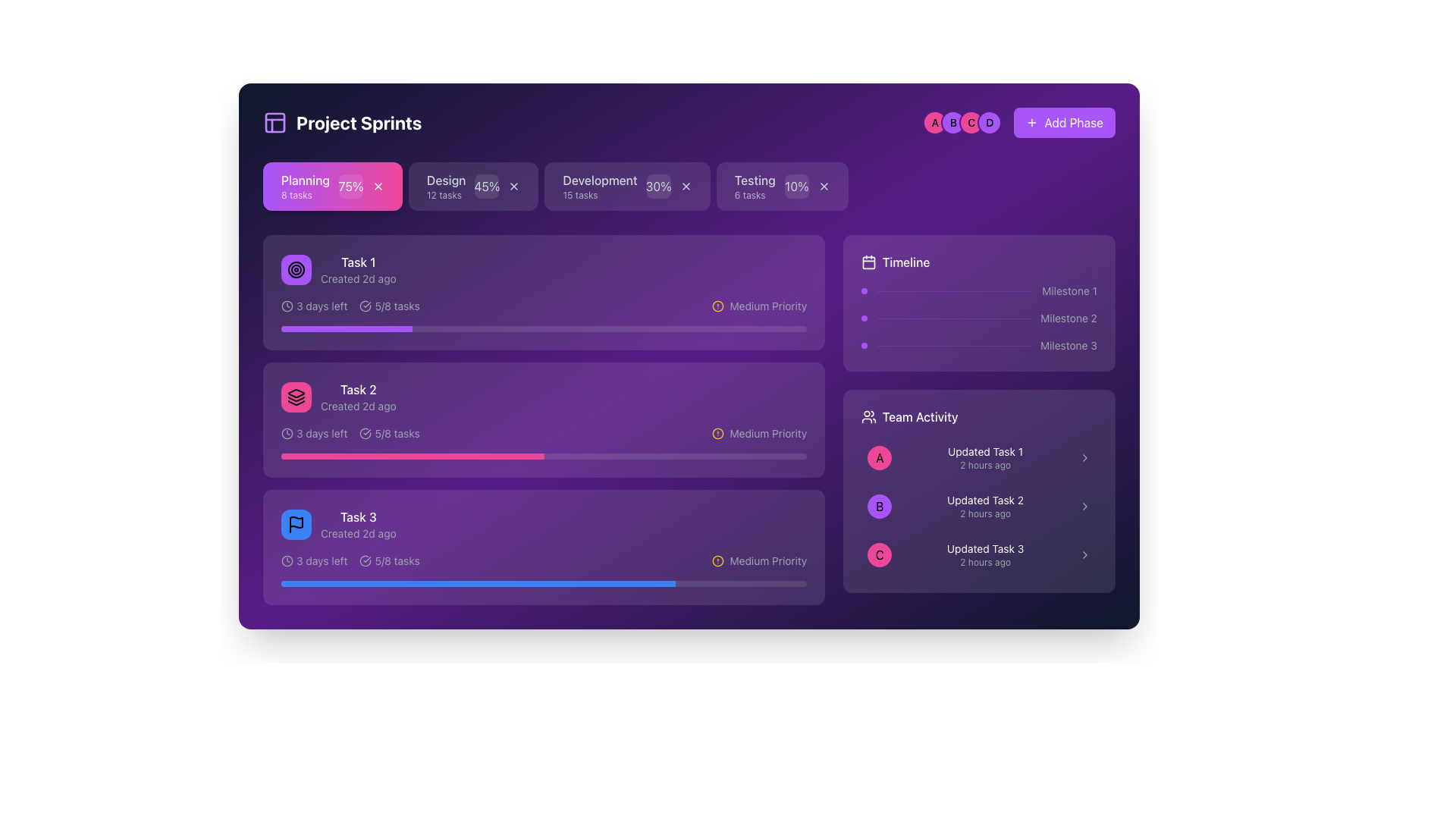  What do you see at coordinates (544, 455) in the screenshot?
I see `the progress indicated by the progress bar located within the 'Task 2' block, horizontally centered near the bottom, below the '3 days left' and '5/8 tasks' text elements` at bounding box center [544, 455].